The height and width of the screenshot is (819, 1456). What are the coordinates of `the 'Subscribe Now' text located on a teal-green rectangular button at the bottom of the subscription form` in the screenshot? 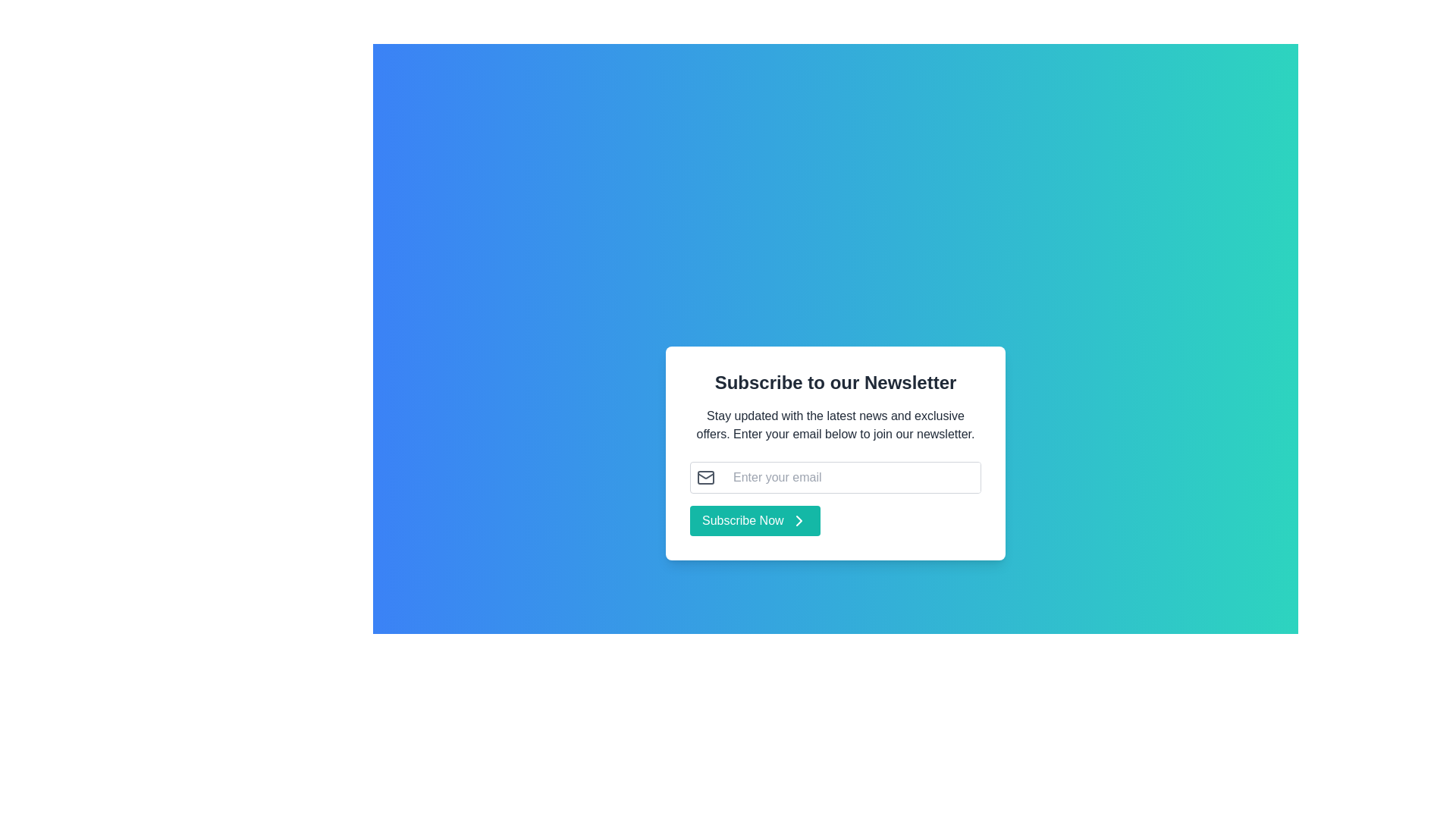 It's located at (742, 519).